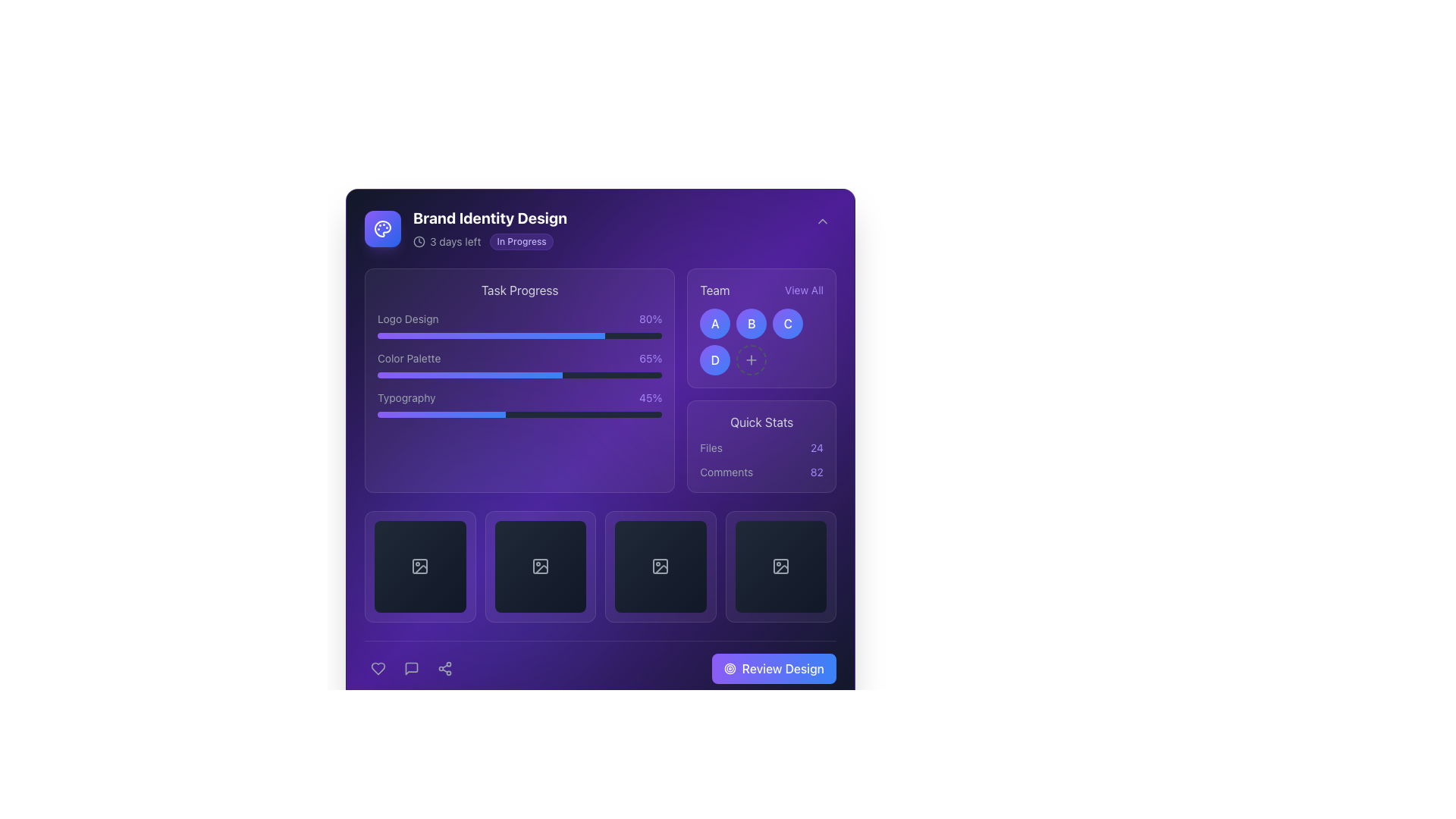  Describe the element at coordinates (411, 667) in the screenshot. I see `the chat bubble icon located in the bottom bar, which is the middle icon among three elements` at that location.